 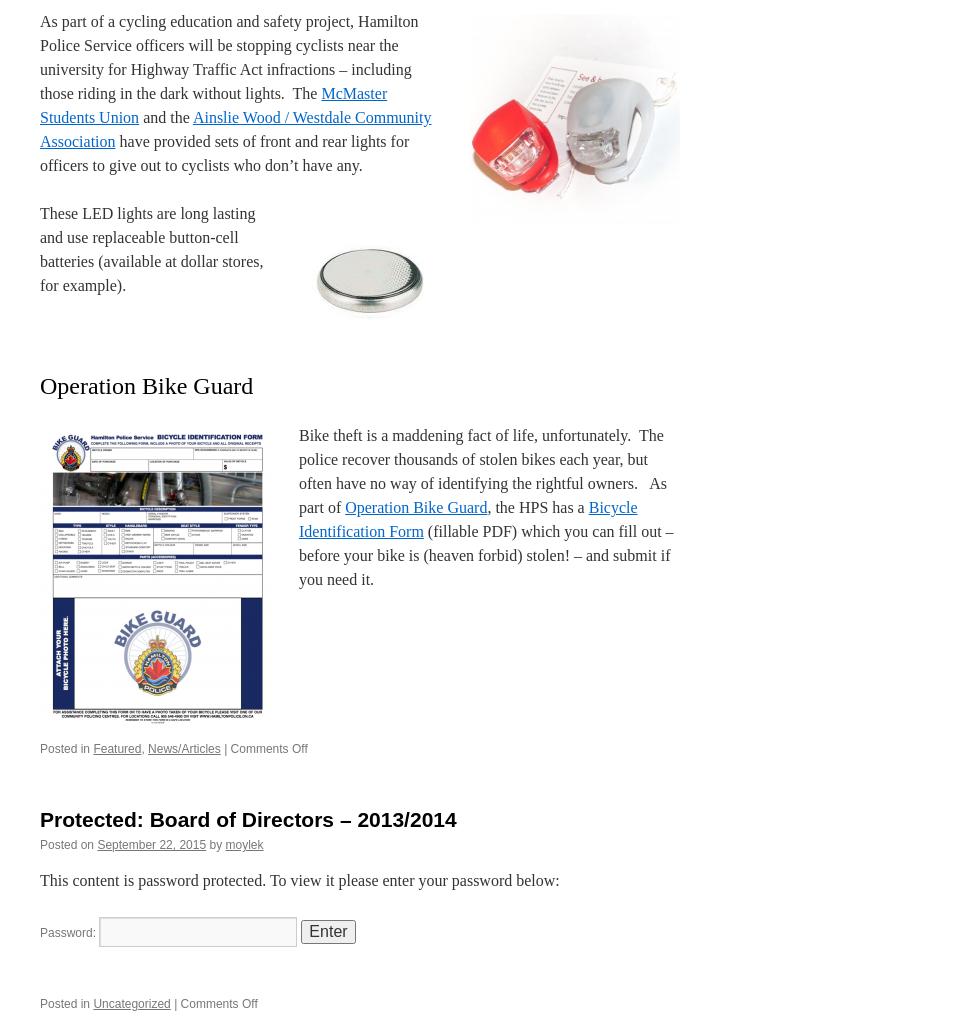 What do you see at coordinates (229, 56) in the screenshot?
I see `'As part of a cycling education and safety project, Hamilton Police Service officers will be stopping cyclists near the university for Highway Traffic Act infractions – including those riding in the dark without lights.  The'` at bounding box center [229, 56].